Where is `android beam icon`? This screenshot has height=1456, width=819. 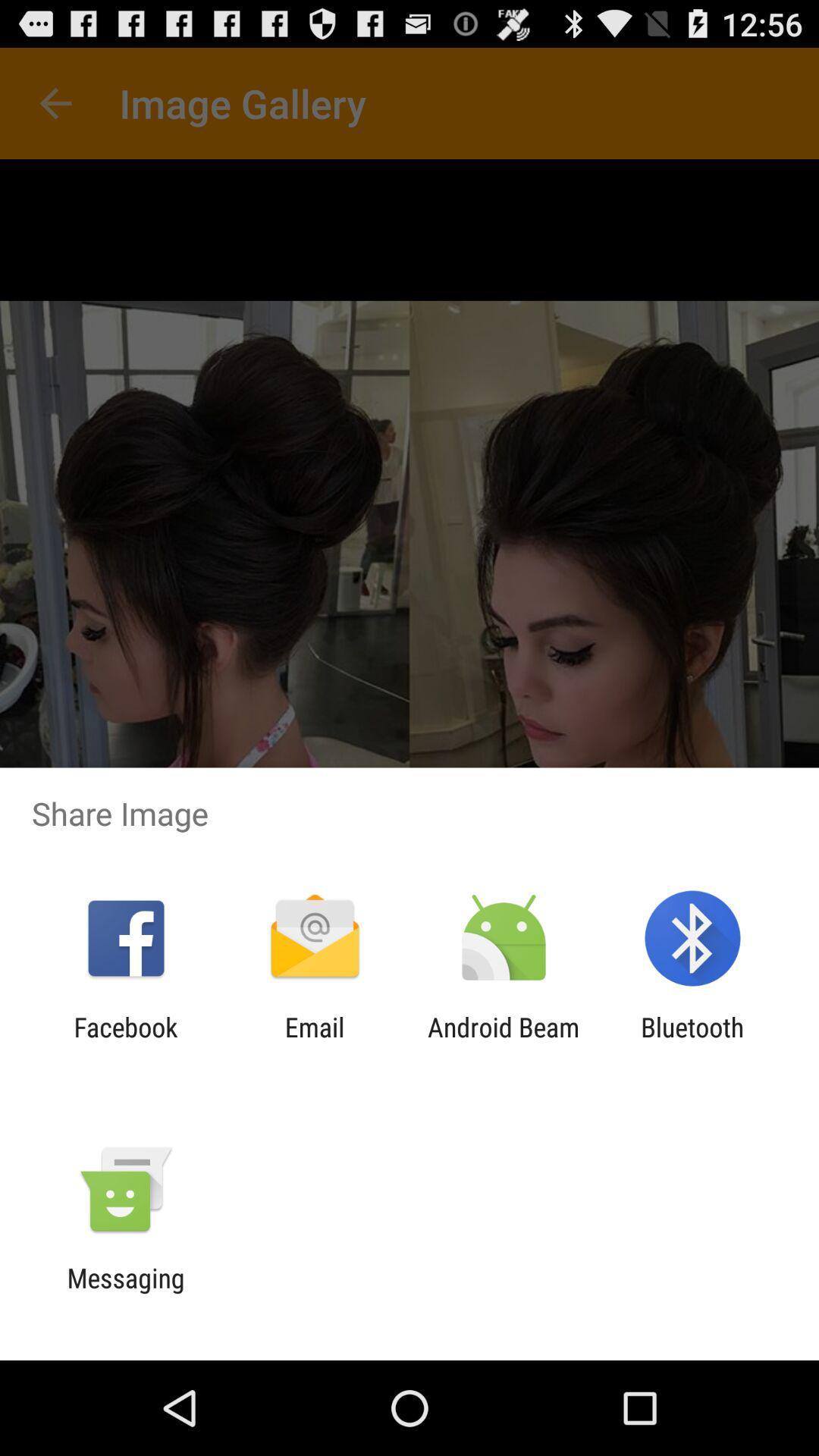 android beam icon is located at coordinates (504, 1042).